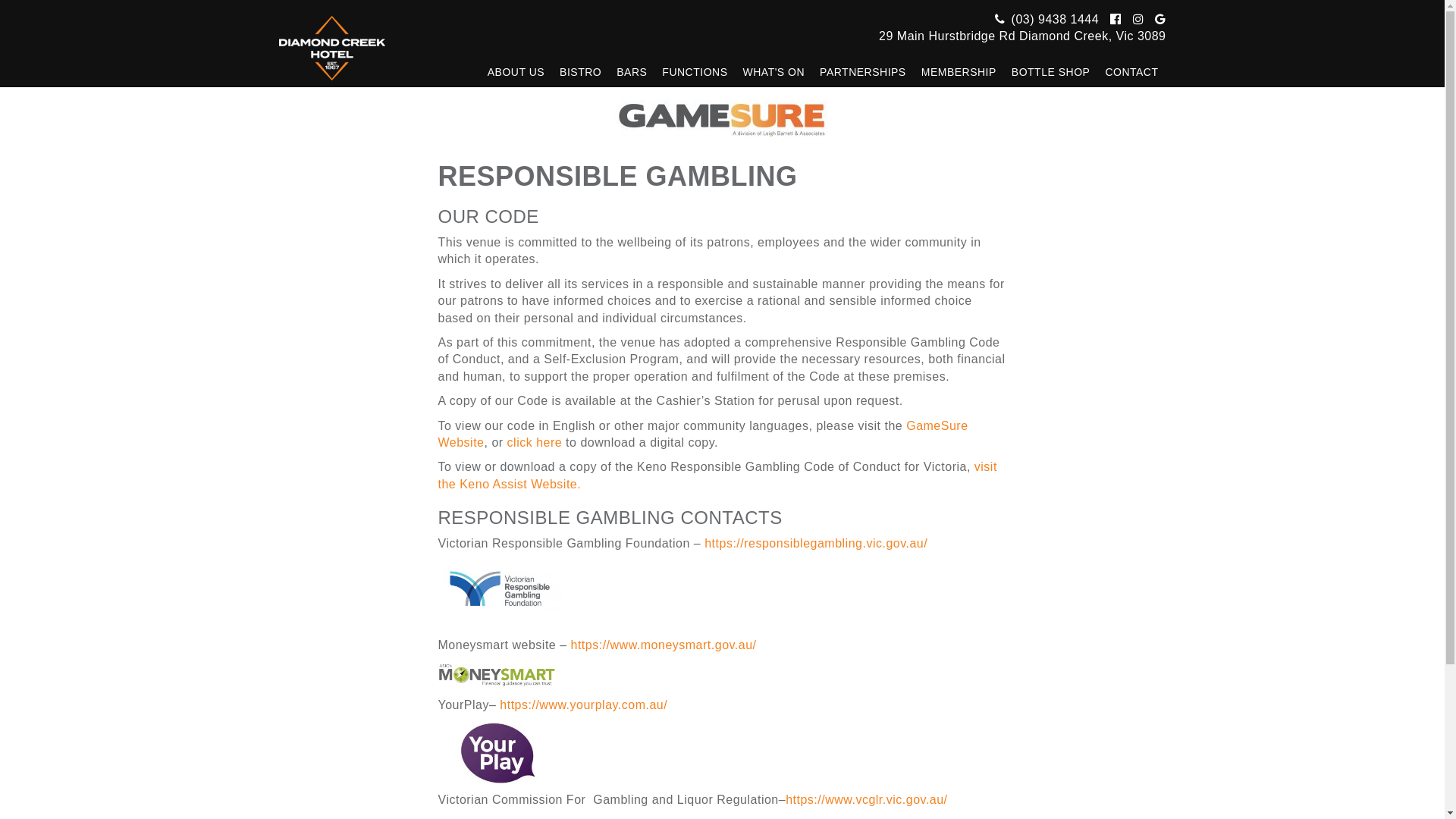  What do you see at coordinates (814, 542) in the screenshot?
I see `'https://responsiblegambling.vic.gov.au/'` at bounding box center [814, 542].